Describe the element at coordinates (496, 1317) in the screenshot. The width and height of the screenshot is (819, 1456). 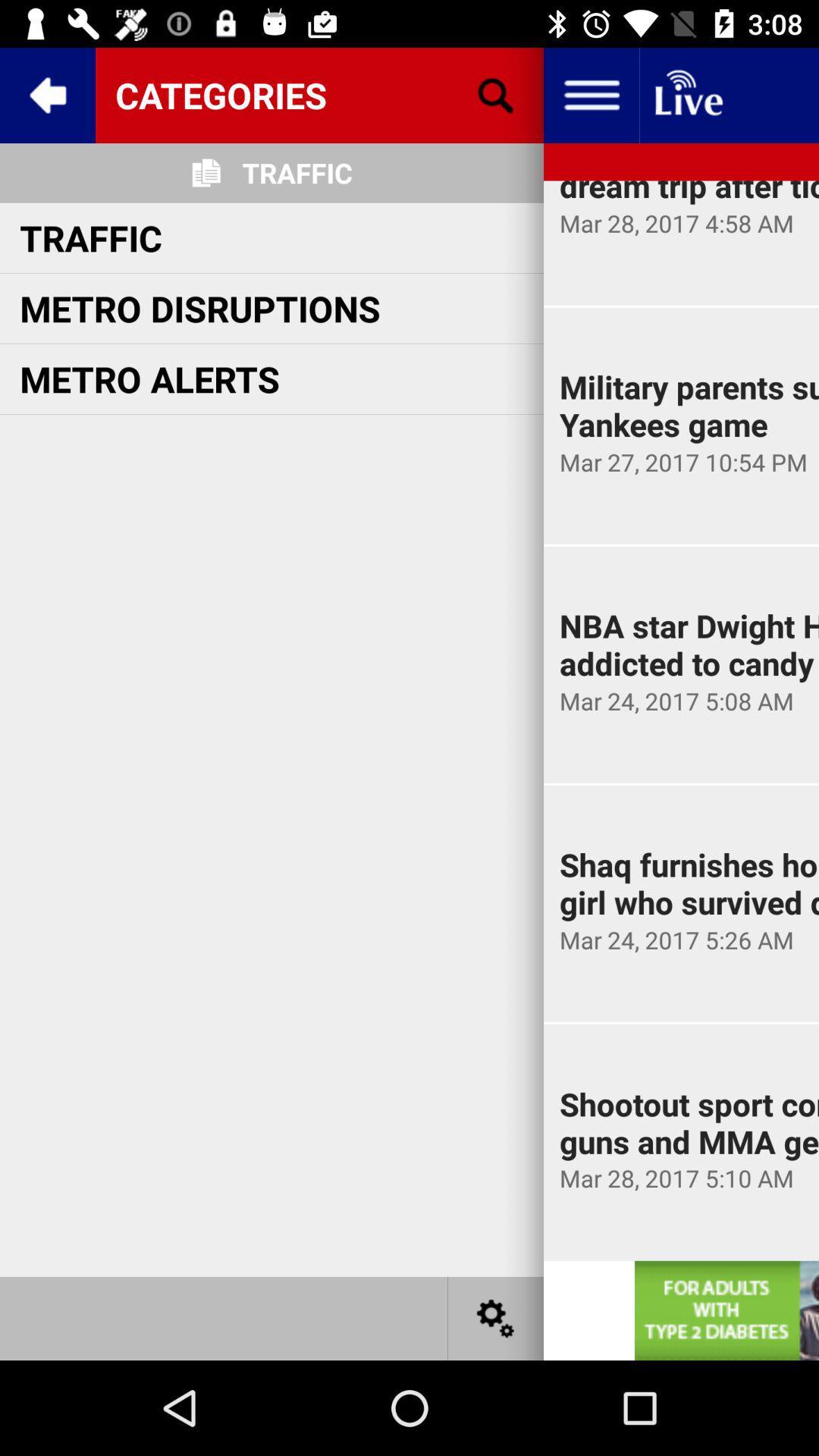
I see `the settings icon` at that location.